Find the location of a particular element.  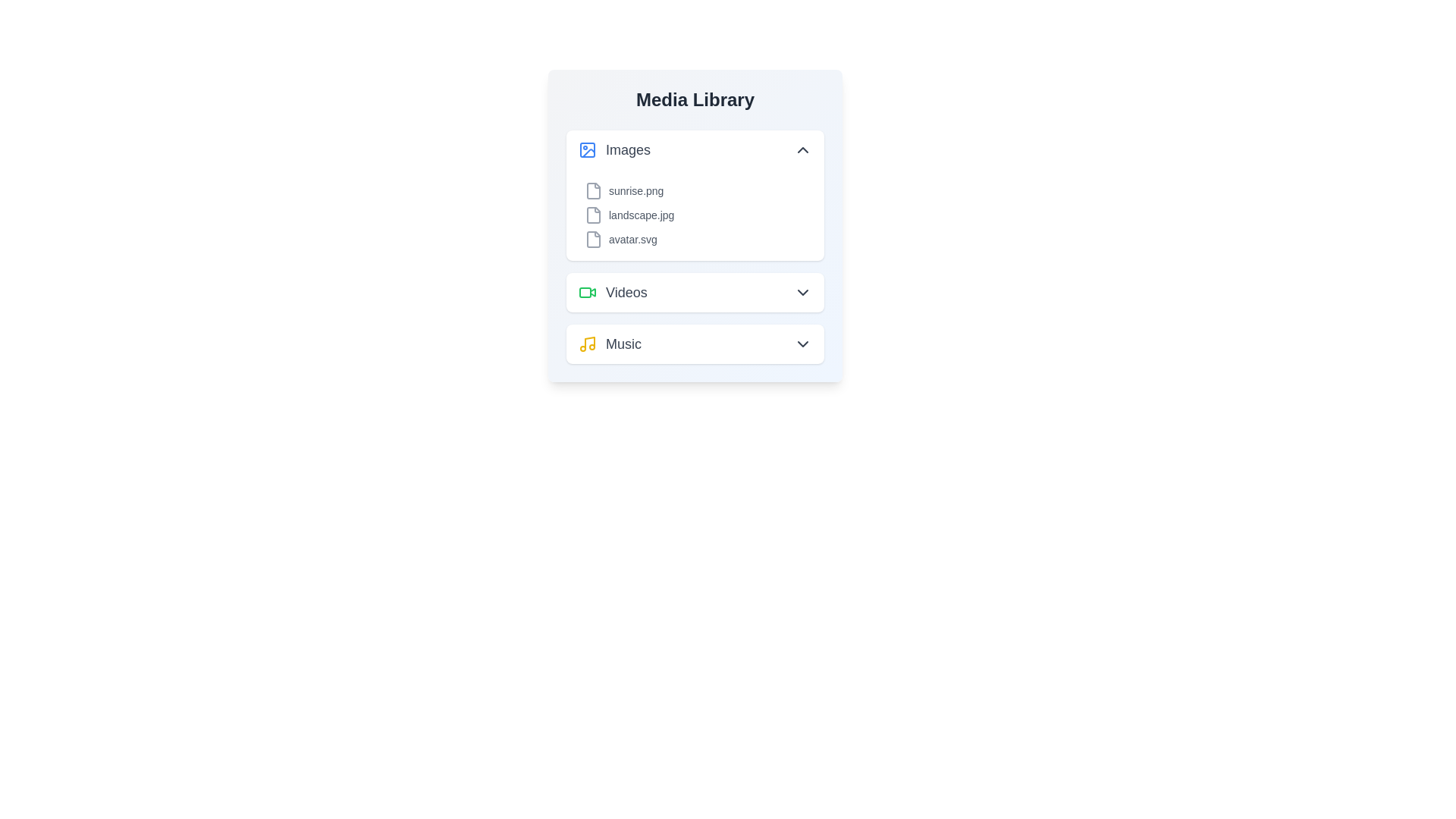

the 'Music' label with a yellow icon in the Media Library is located at coordinates (610, 344).